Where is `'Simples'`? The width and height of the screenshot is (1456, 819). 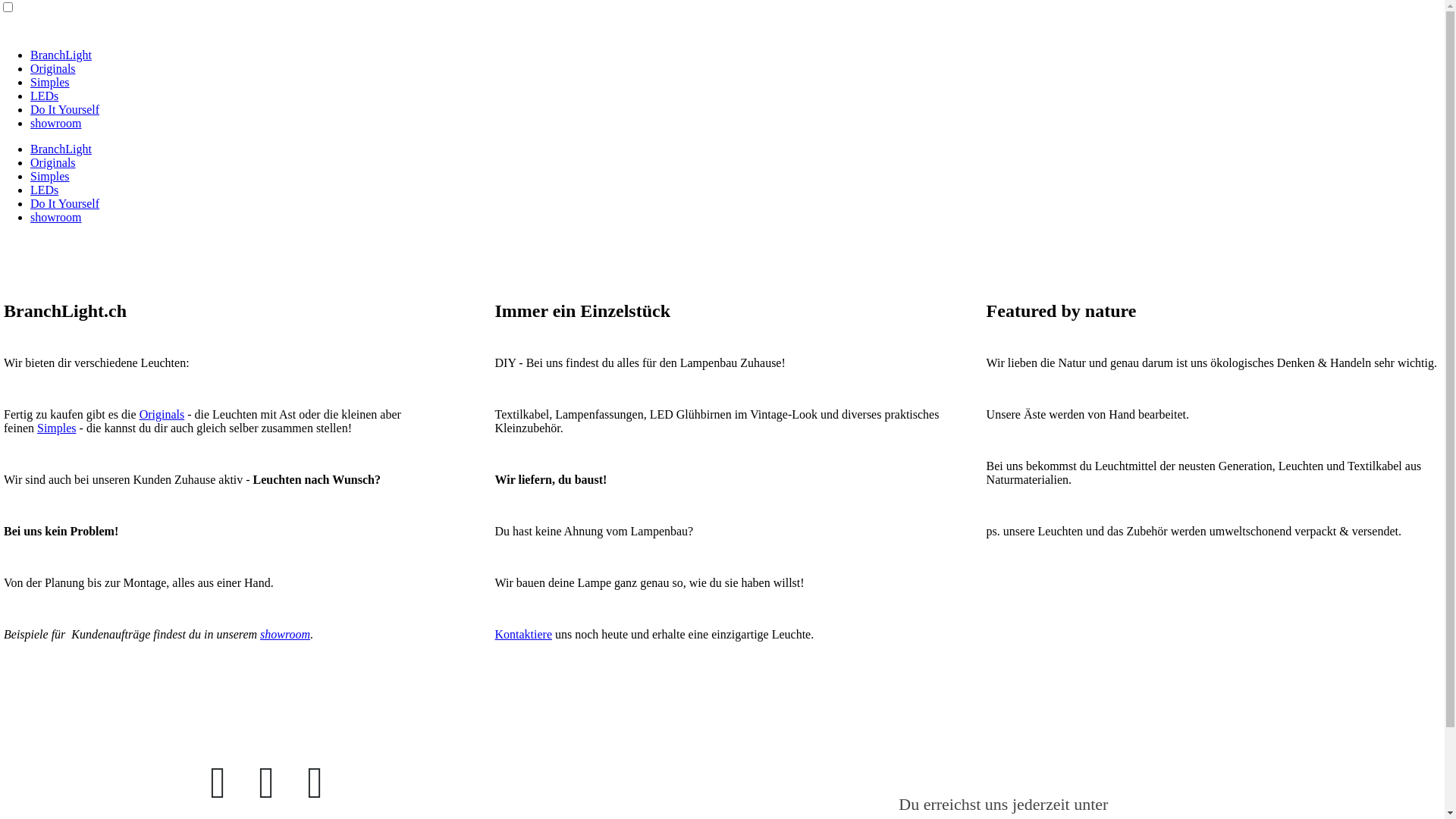 'Simples' is located at coordinates (36, 428).